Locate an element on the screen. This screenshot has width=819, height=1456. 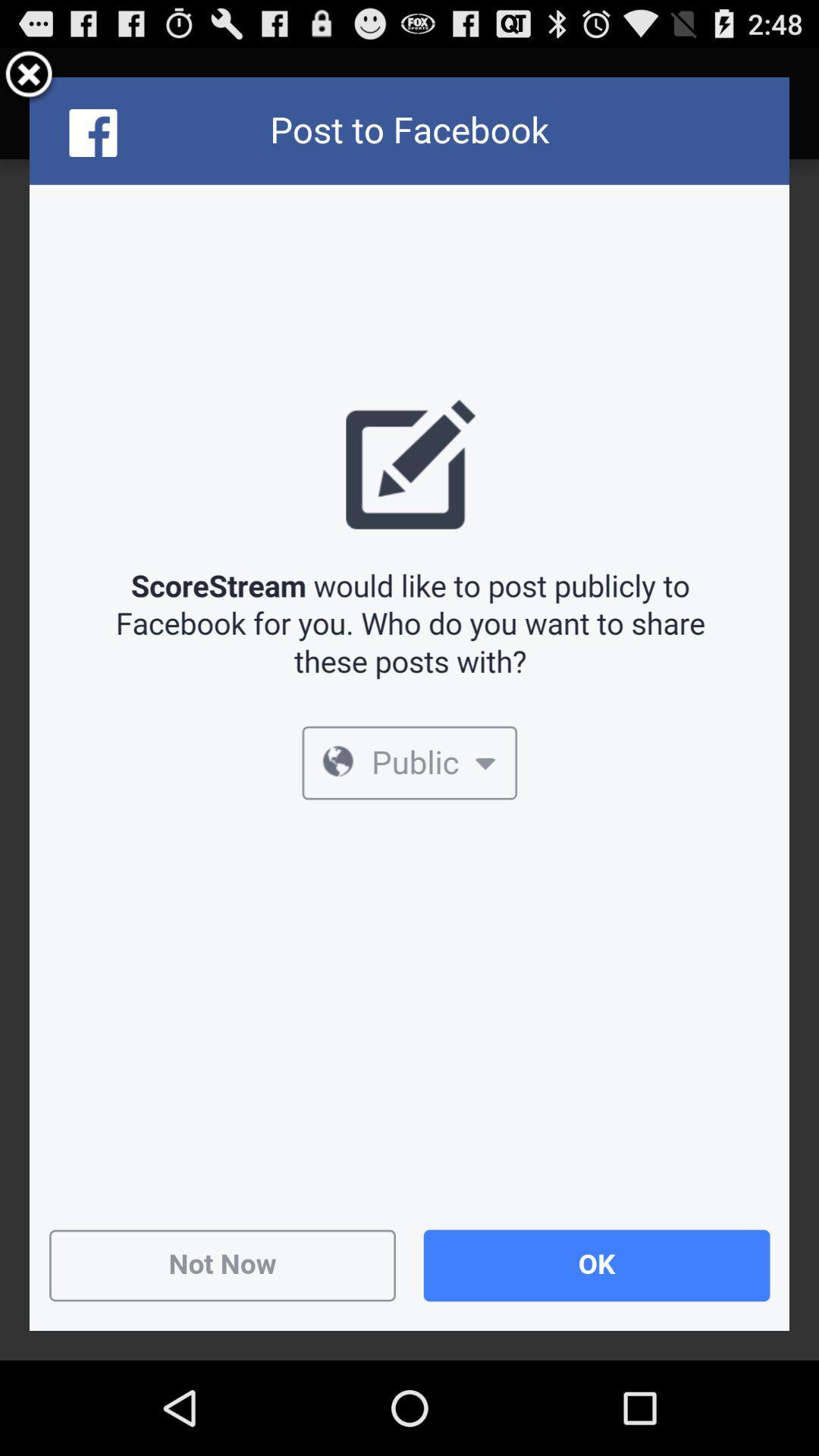
close is located at coordinates (29, 76).